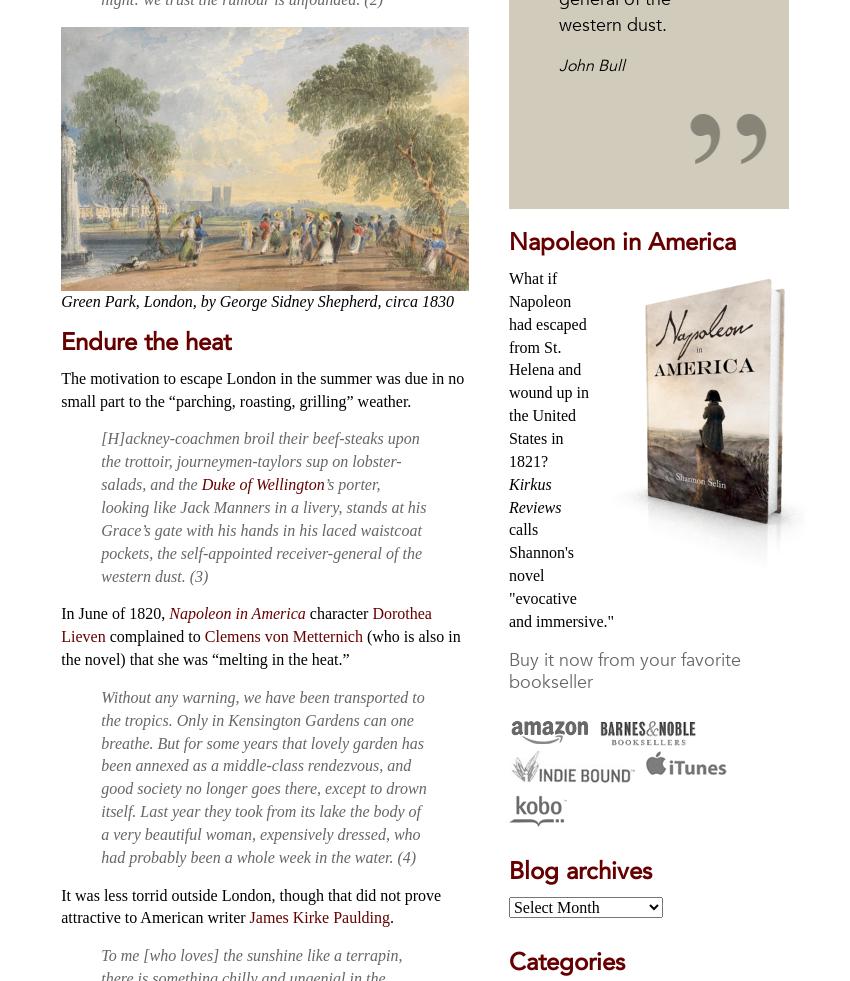 Image resolution: width=850 pixels, height=981 pixels. What do you see at coordinates (566, 961) in the screenshot?
I see `'Categories'` at bounding box center [566, 961].